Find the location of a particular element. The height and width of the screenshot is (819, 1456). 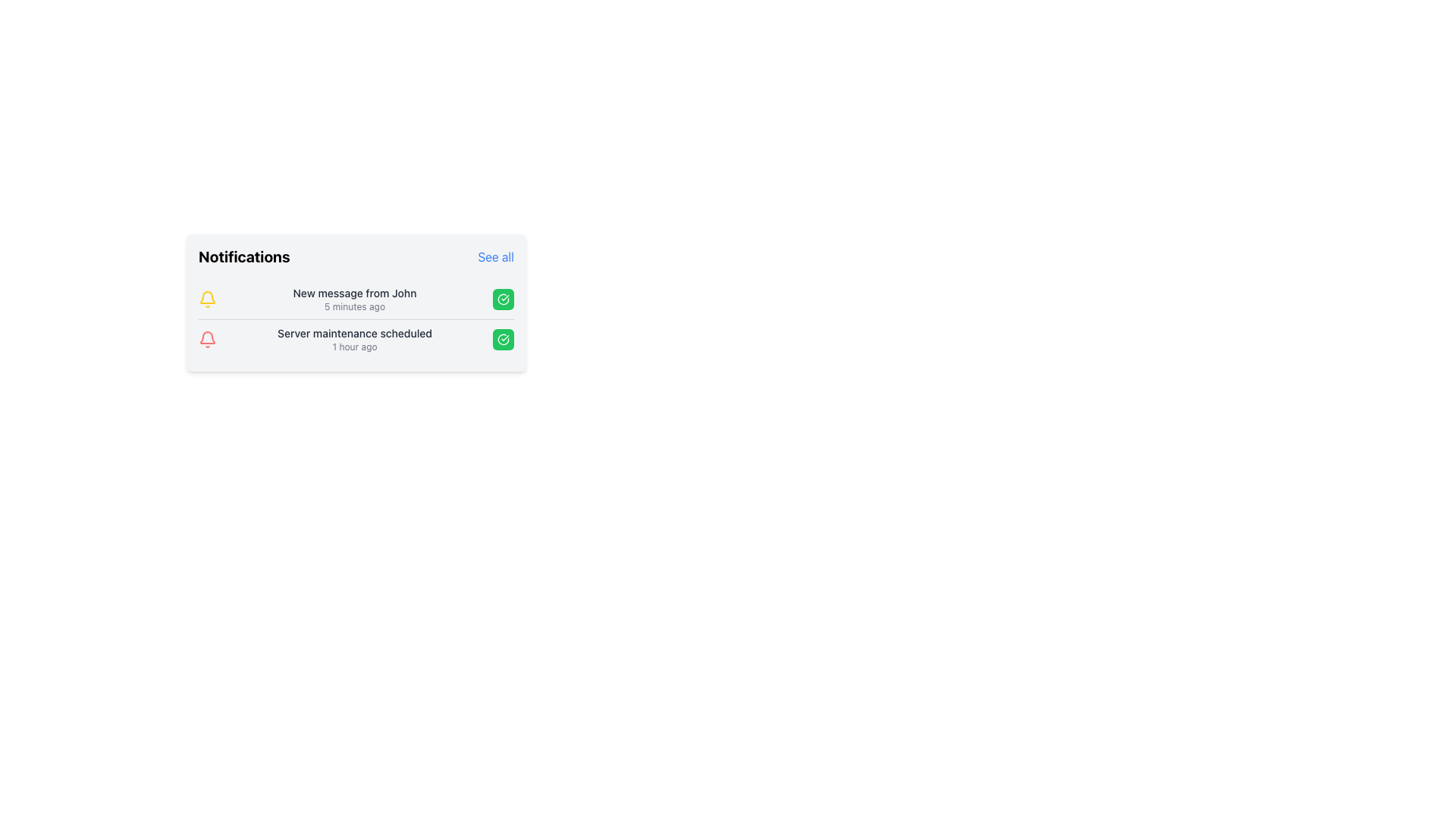

the small circular green icon with a white checkmark to mark the notification 'Server maintenance scheduled' as read is located at coordinates (503, 299).